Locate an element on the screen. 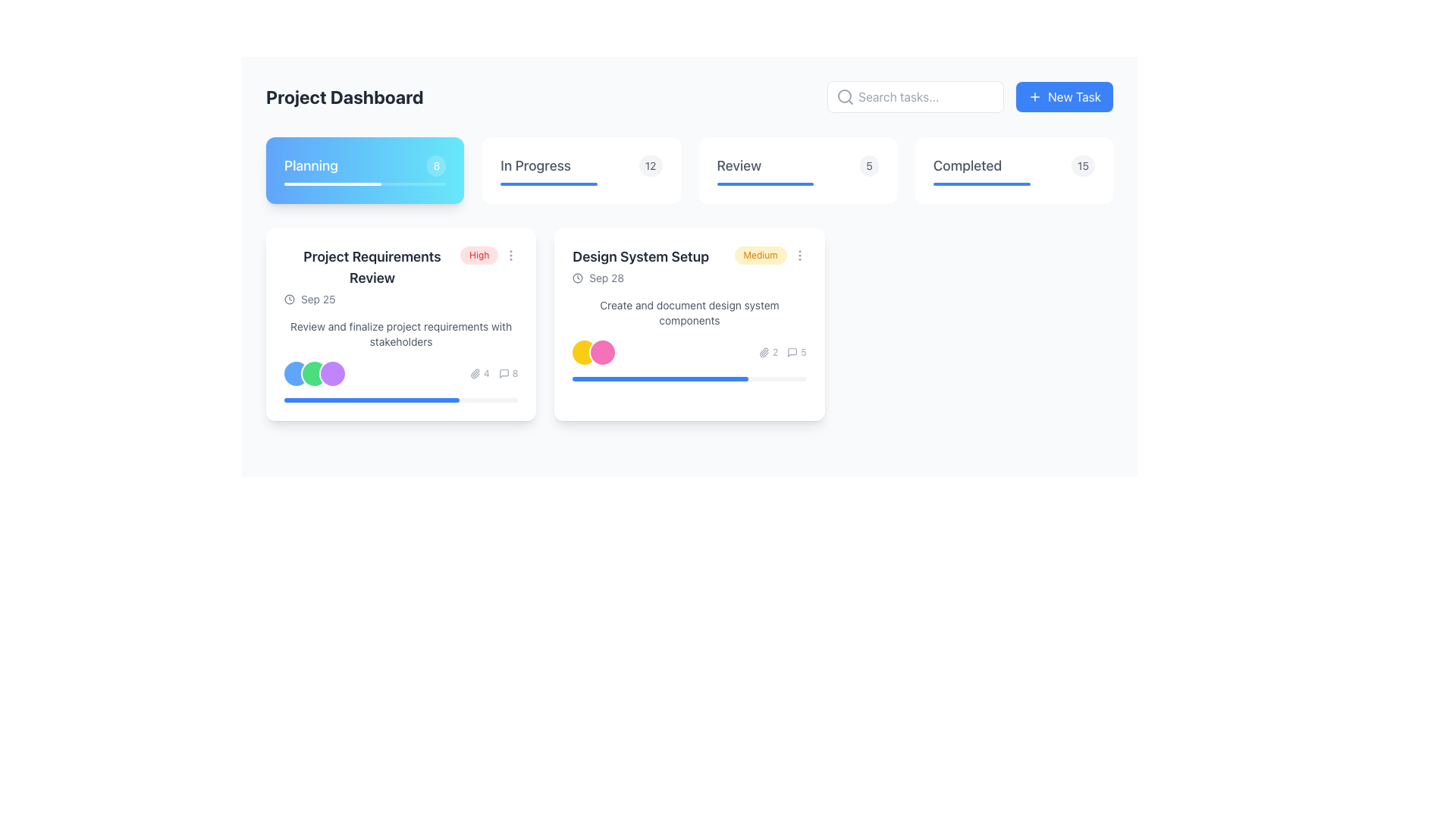 This screenshot has height=819, width=1456. the text input field located at the top-right corner of the interface is located at coordinates (915, 96).